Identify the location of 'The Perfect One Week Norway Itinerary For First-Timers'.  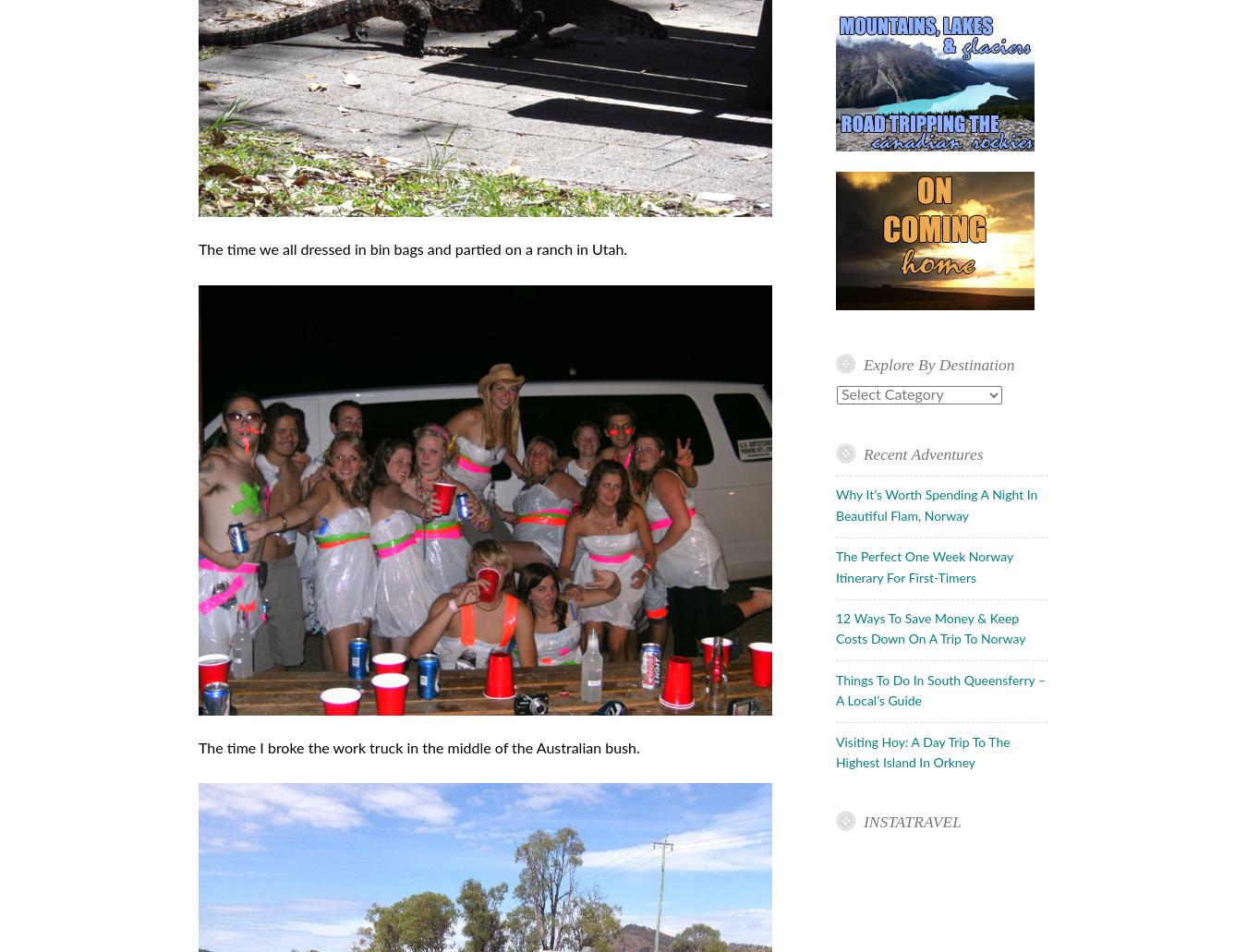
(923, 566).